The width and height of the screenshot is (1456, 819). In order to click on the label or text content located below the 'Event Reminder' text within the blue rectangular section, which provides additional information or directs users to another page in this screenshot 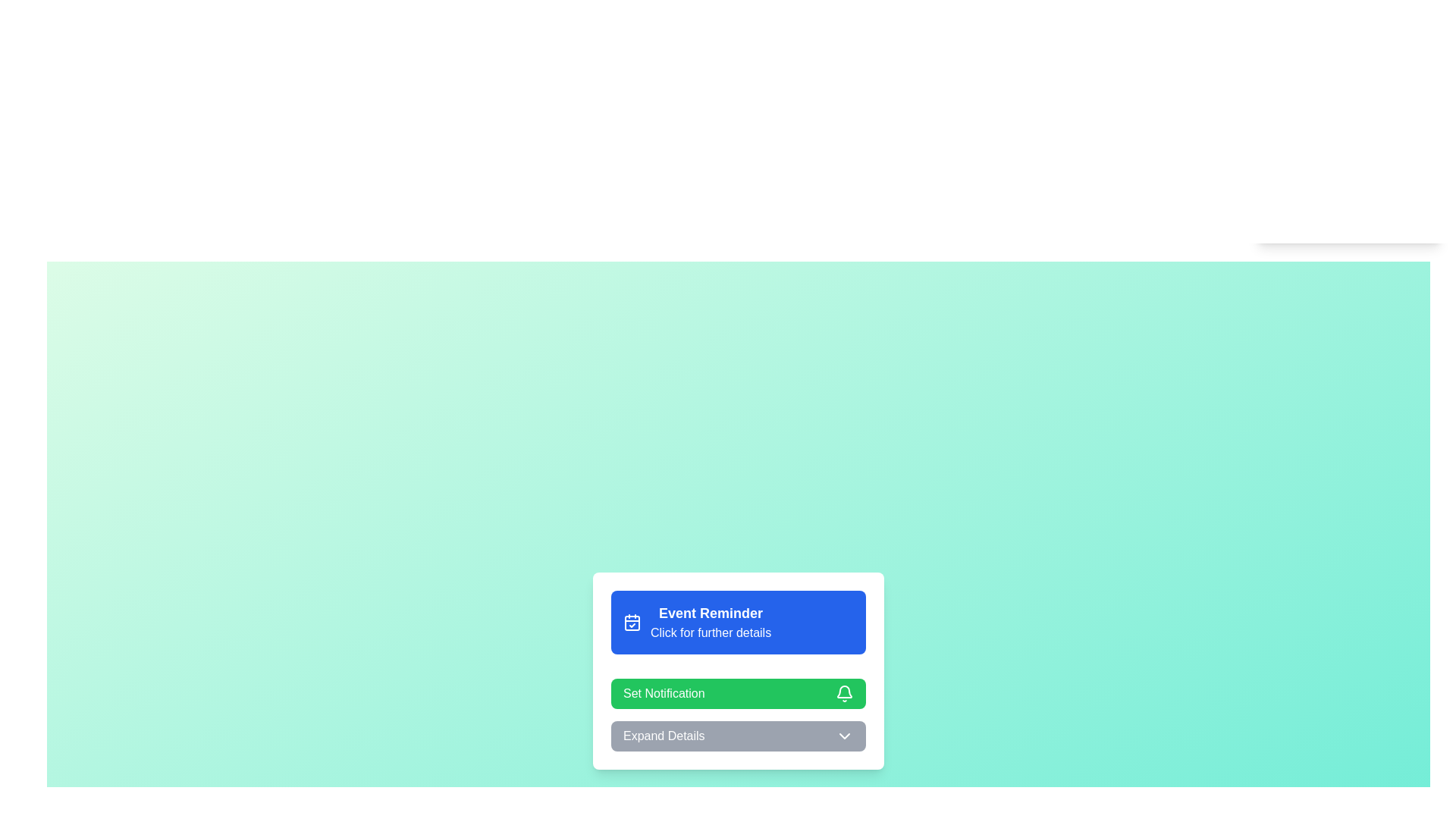, I will do `click(710, 632)`.